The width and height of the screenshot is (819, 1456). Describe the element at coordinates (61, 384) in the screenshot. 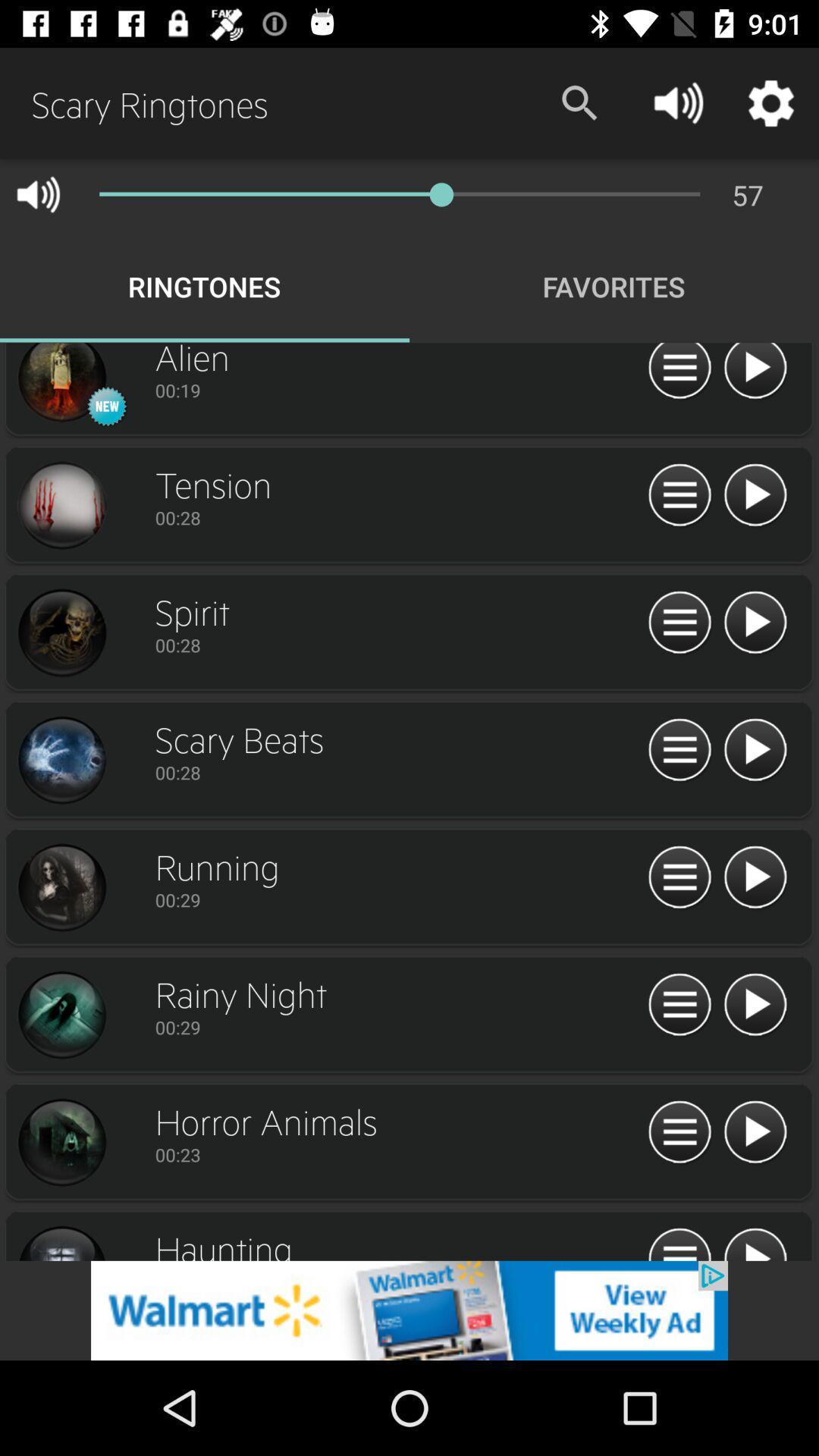

I see `screenshot icon for ringtone` at that location.